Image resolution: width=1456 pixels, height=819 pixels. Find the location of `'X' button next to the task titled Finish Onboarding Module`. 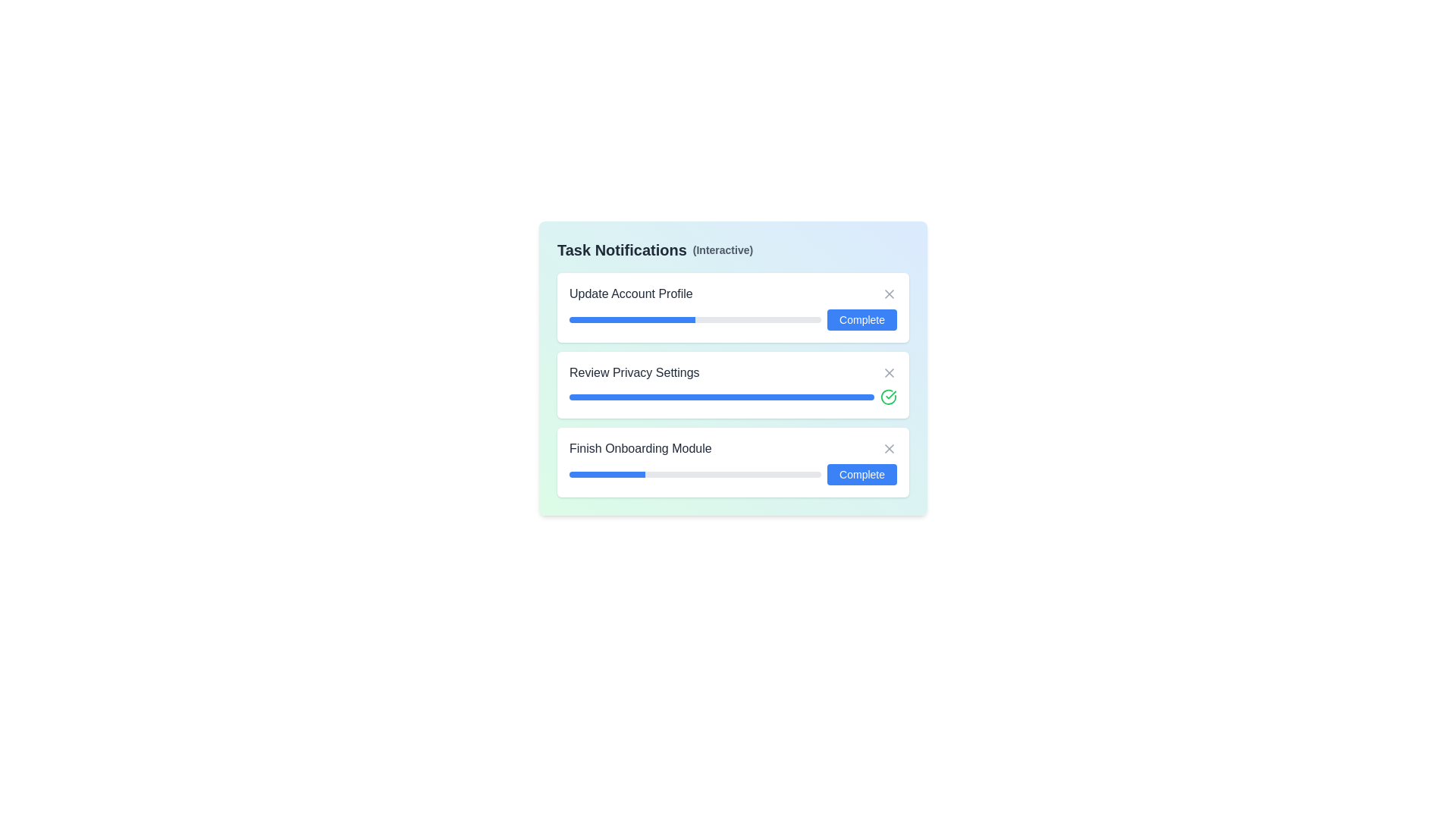

'X' button next to the task titled Finish Onboarding Module is located at coordinates (889, 447).